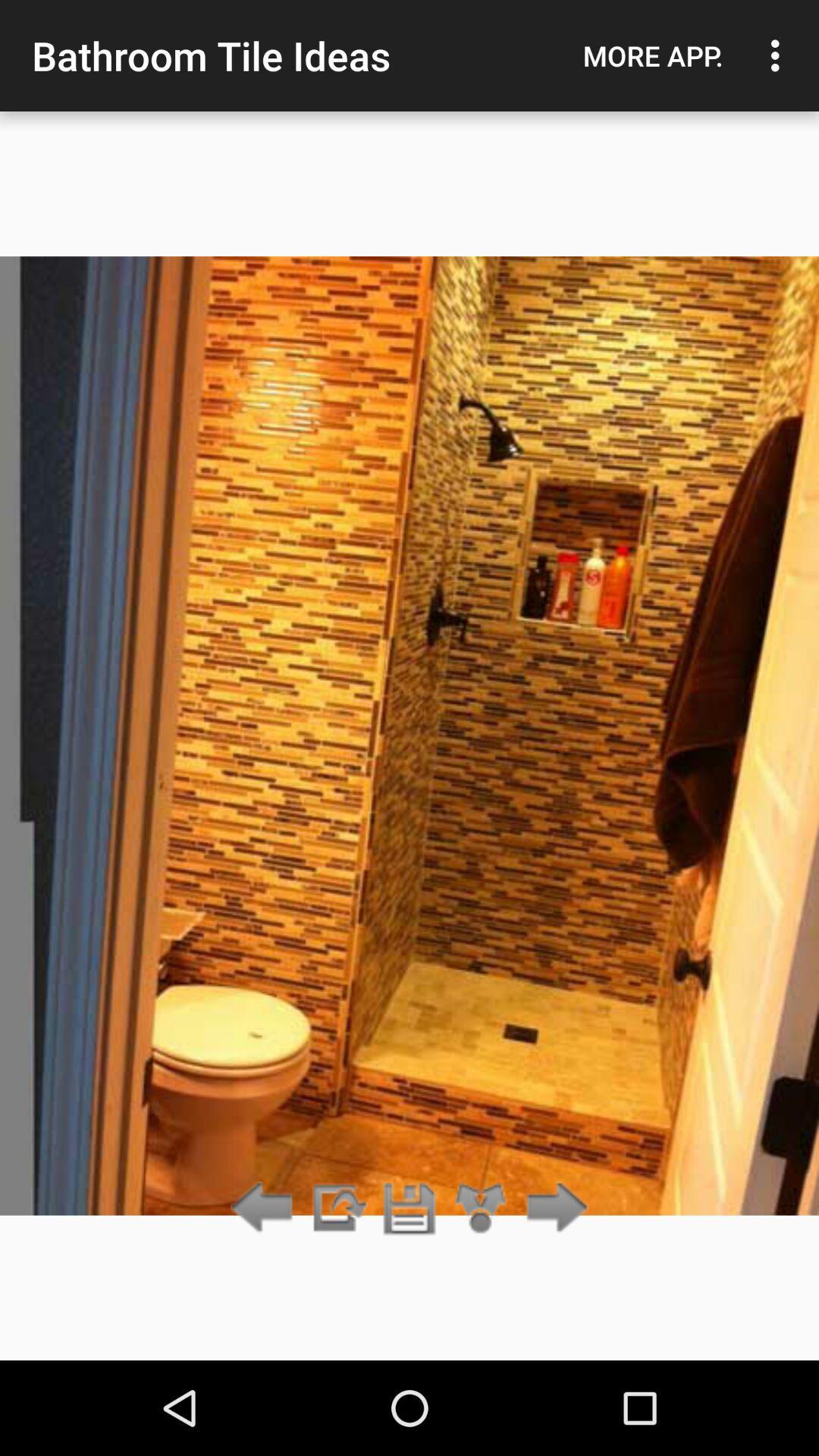 This screenshot has width=819, height=1456. I want to click on image, so click(409, 1208).